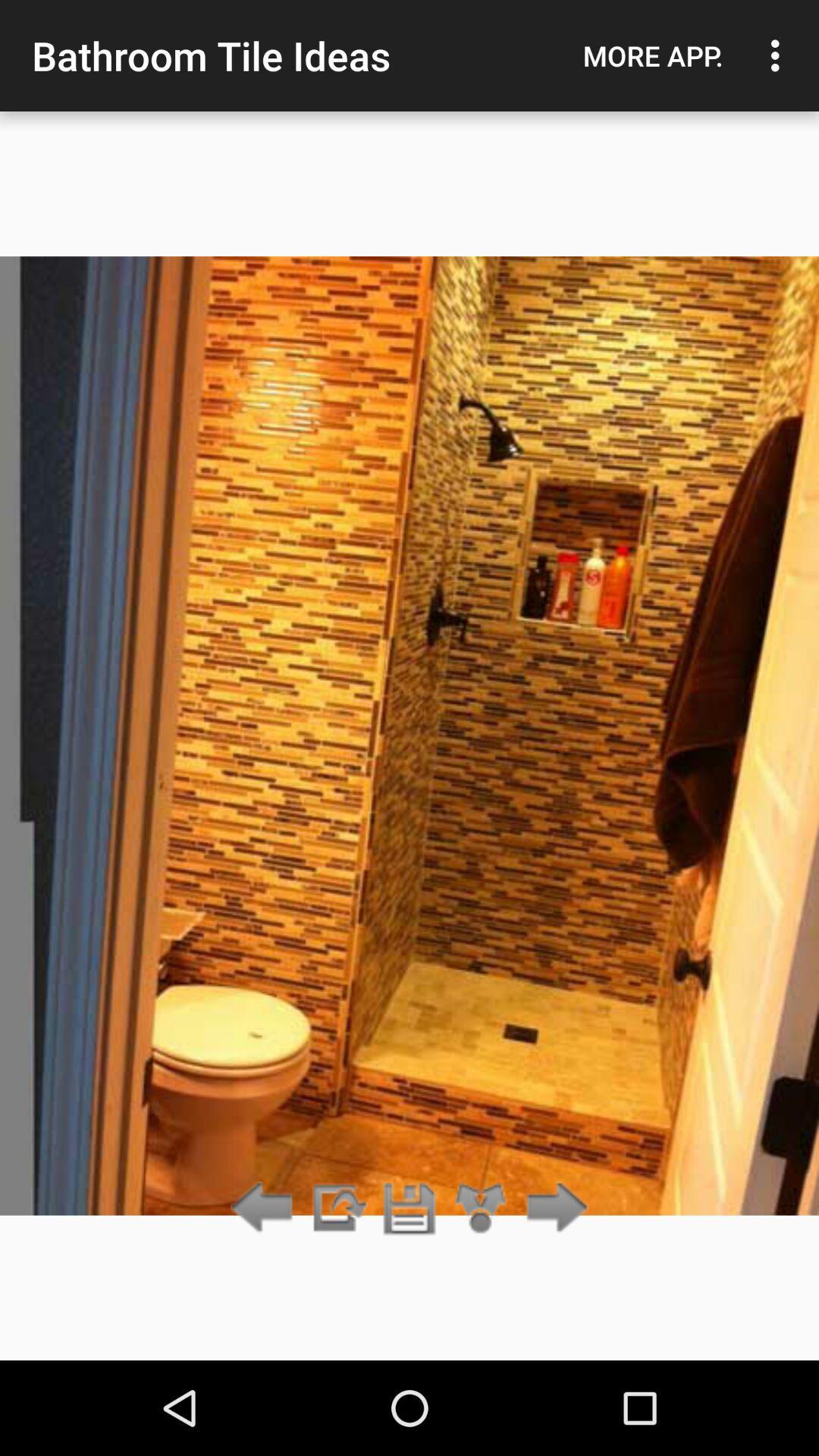 This screenshot has width=819, height=1456. I want to click on image, so click(409, 1208).